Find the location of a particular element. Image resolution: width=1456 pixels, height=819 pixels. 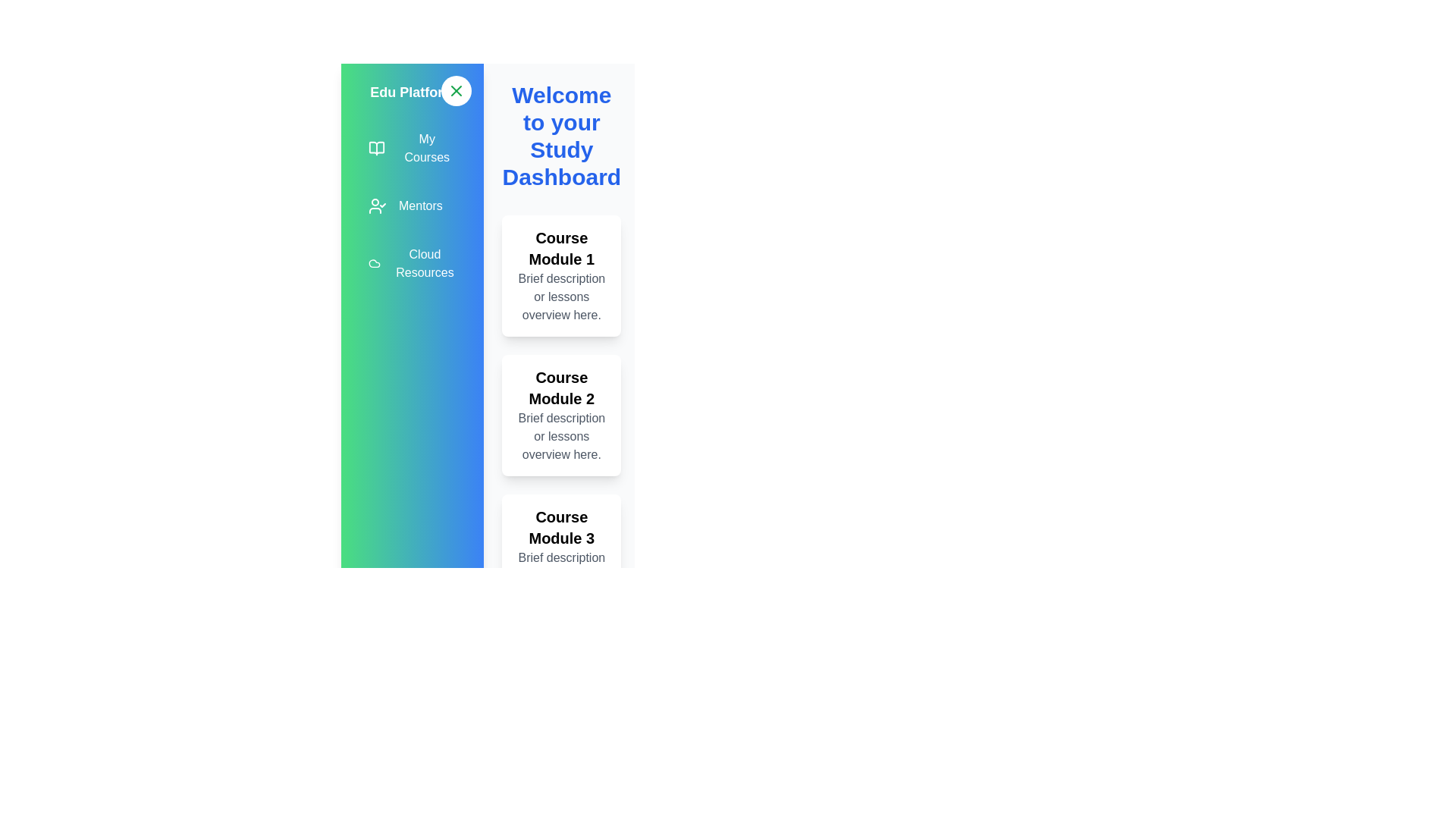

toggle button to expand or collapse the sidebar is located at coordinates (455, 90).